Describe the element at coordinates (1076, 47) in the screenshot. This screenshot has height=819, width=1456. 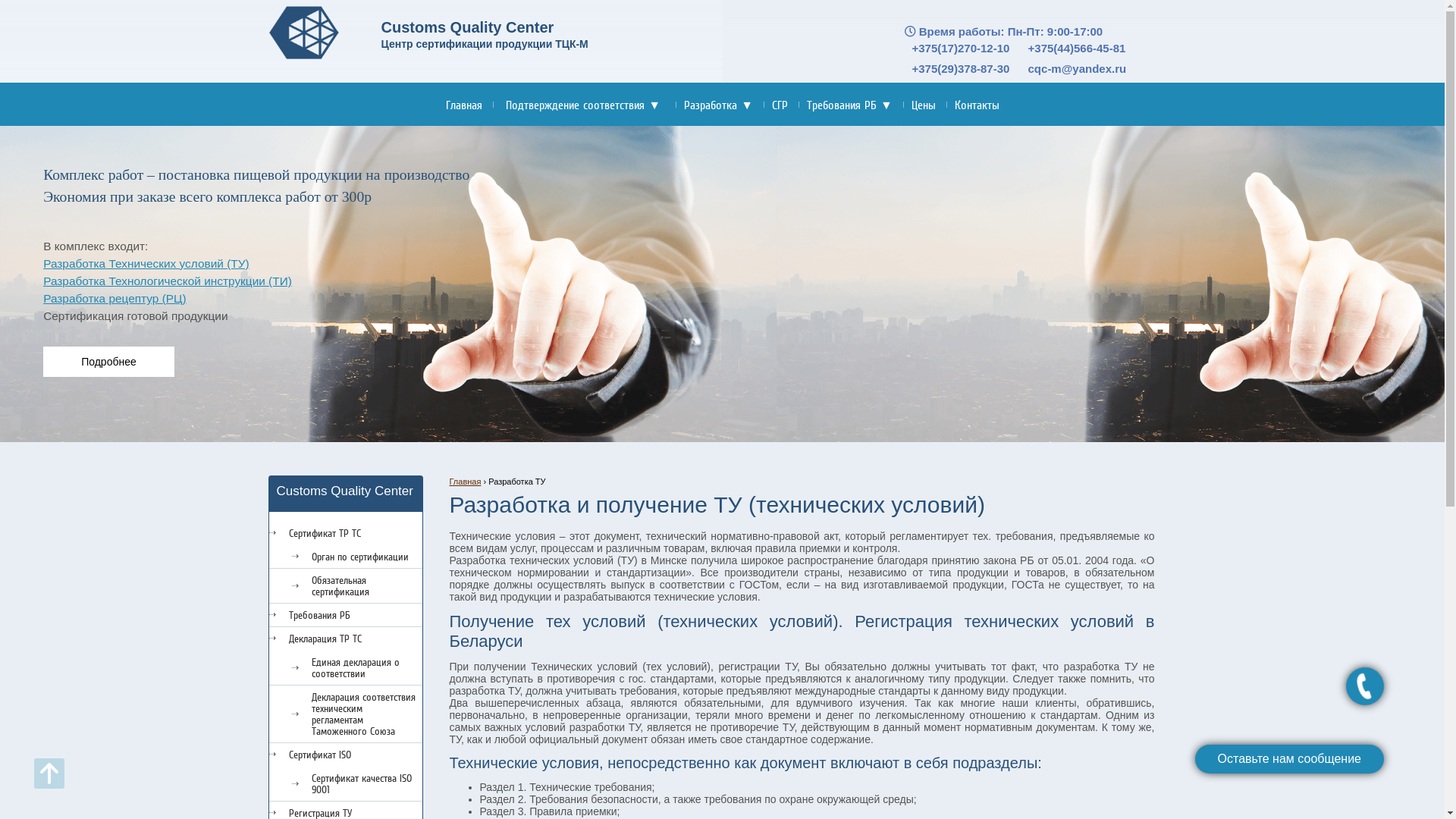
I see `'+375(44)566-45-81'` at that location.